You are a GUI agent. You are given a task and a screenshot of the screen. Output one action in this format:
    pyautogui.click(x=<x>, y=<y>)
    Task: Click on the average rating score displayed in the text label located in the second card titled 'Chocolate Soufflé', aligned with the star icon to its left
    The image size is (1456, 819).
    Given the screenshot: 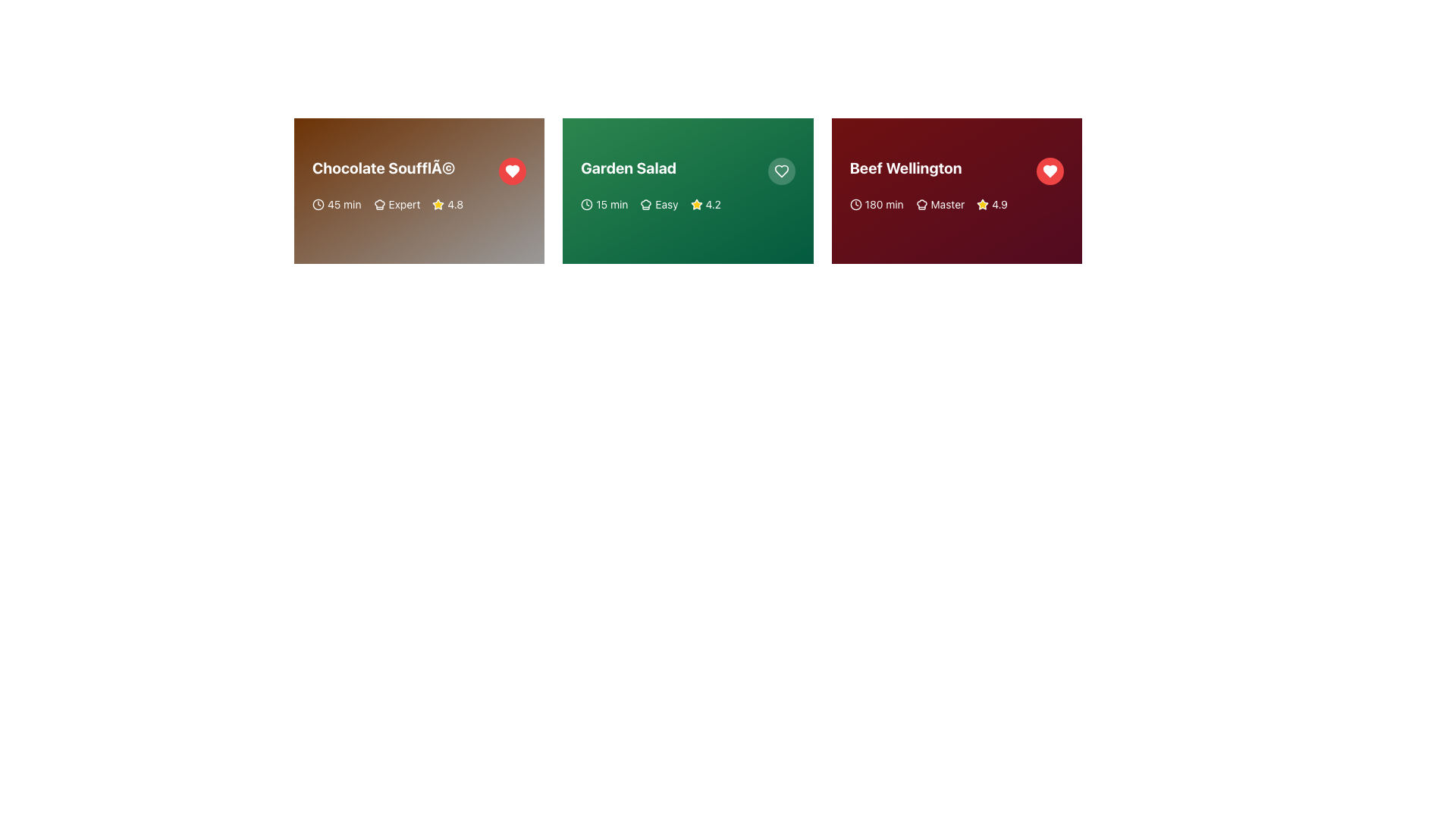 What is the action you would take?
    pyautogui.click(x=454, y=205)
    